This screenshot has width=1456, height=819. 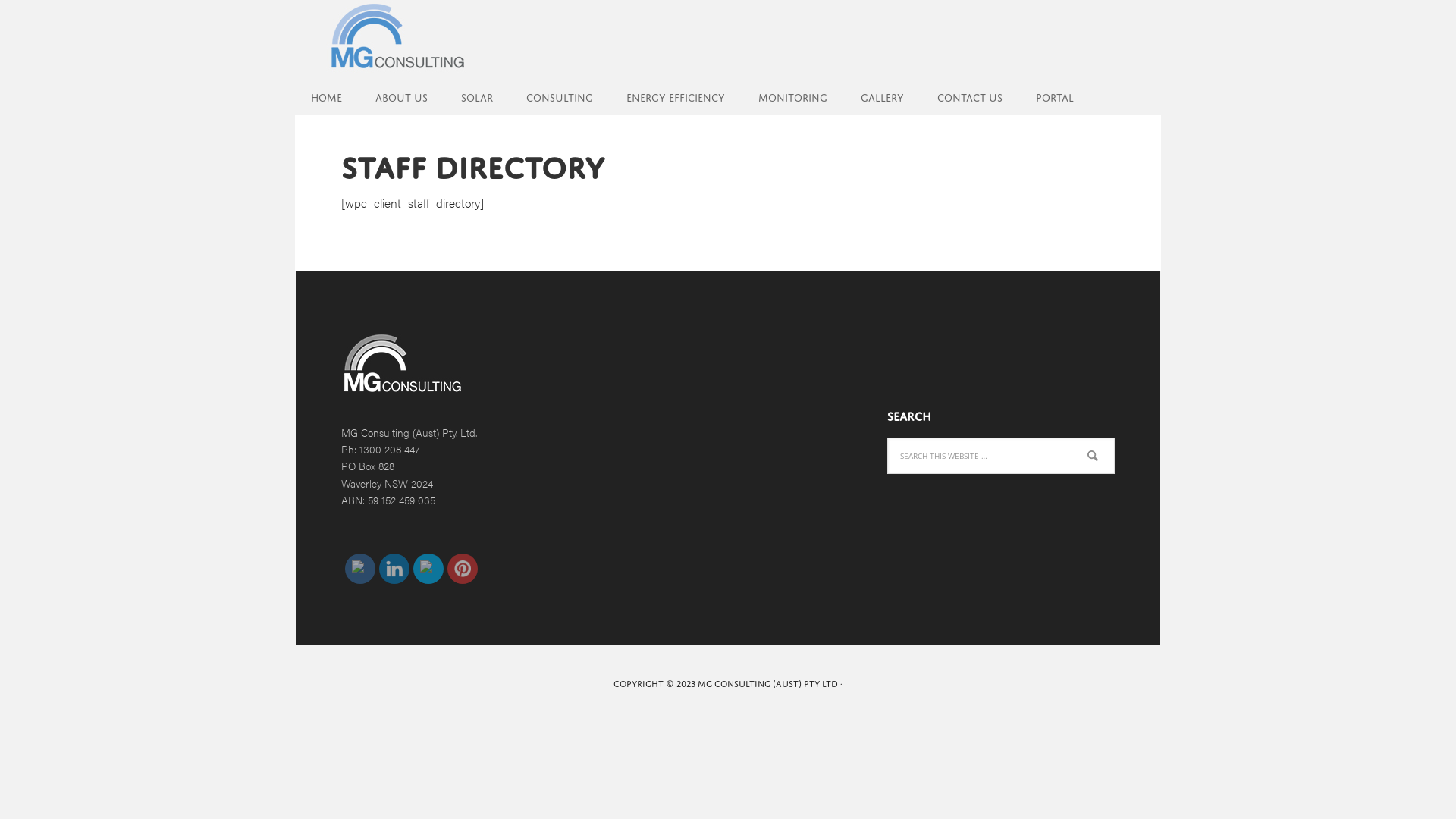 I want to click on 'Twitter', so click(x=428, y=568).